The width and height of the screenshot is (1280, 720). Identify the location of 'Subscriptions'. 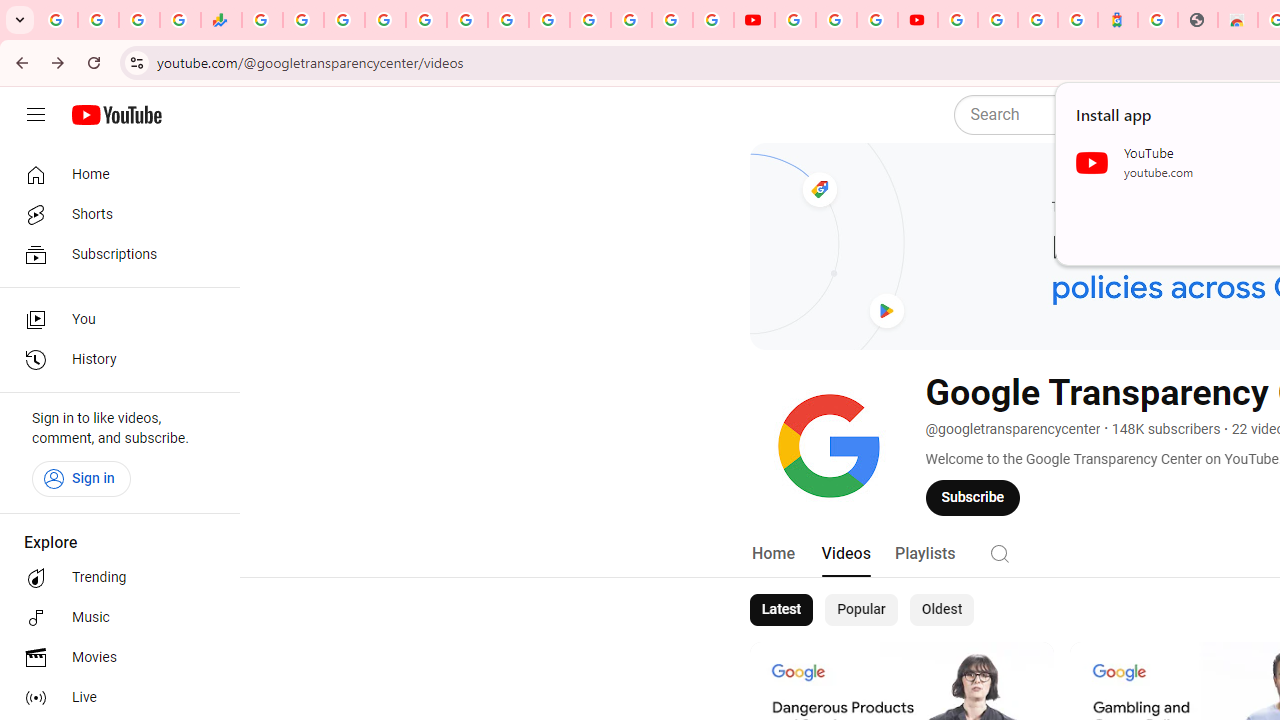
(112, 253).